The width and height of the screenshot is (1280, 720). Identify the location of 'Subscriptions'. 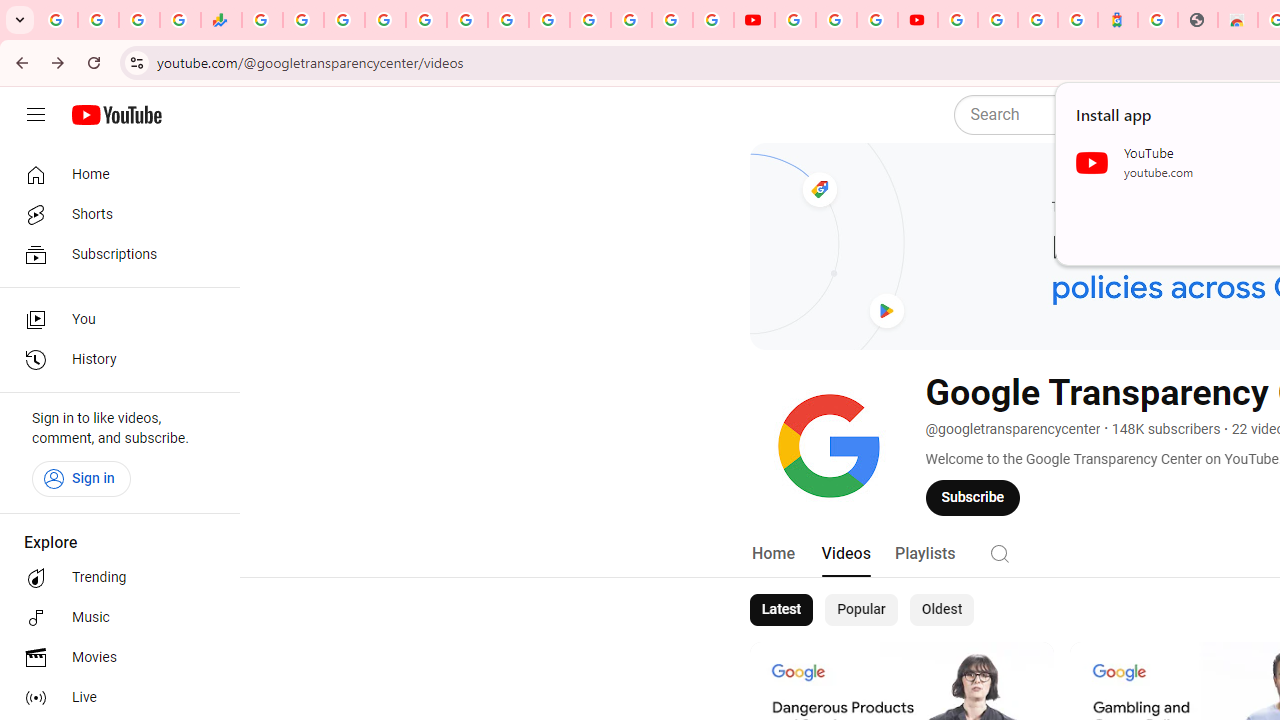
(112, 253).